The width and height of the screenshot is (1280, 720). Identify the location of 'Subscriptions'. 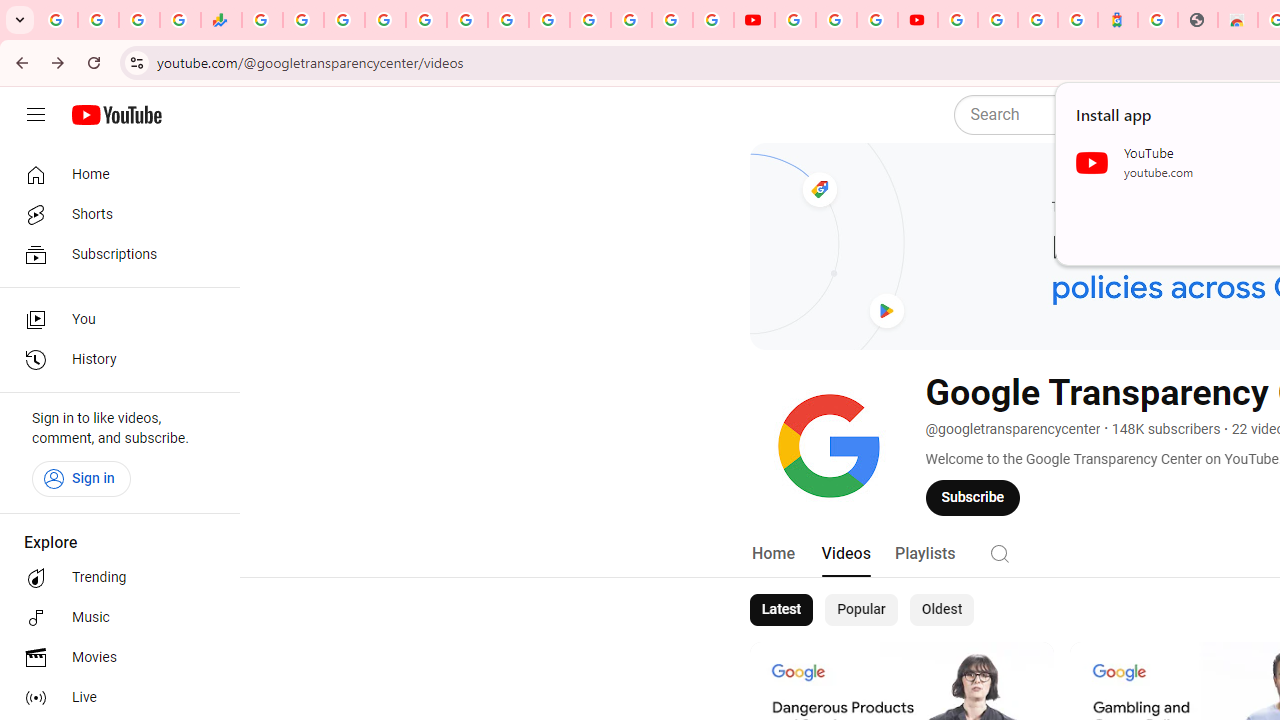
(112, 253).